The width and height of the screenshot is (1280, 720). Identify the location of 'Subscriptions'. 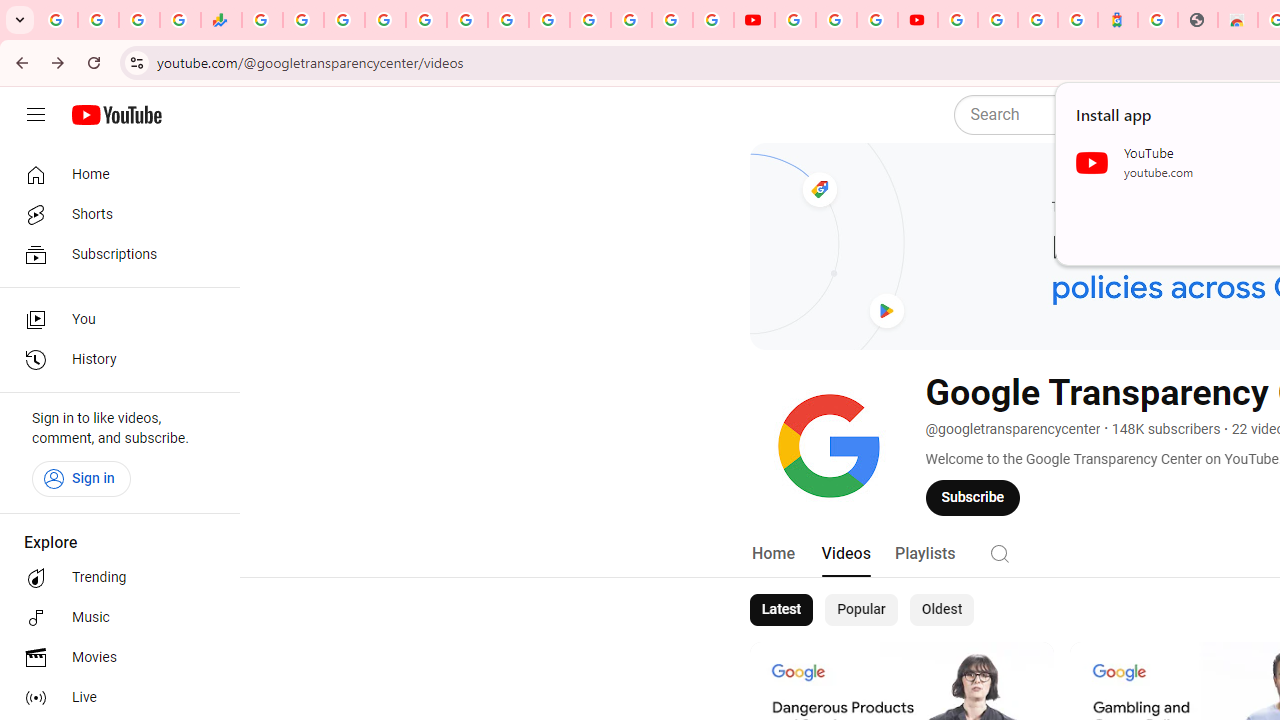
(112, 253).